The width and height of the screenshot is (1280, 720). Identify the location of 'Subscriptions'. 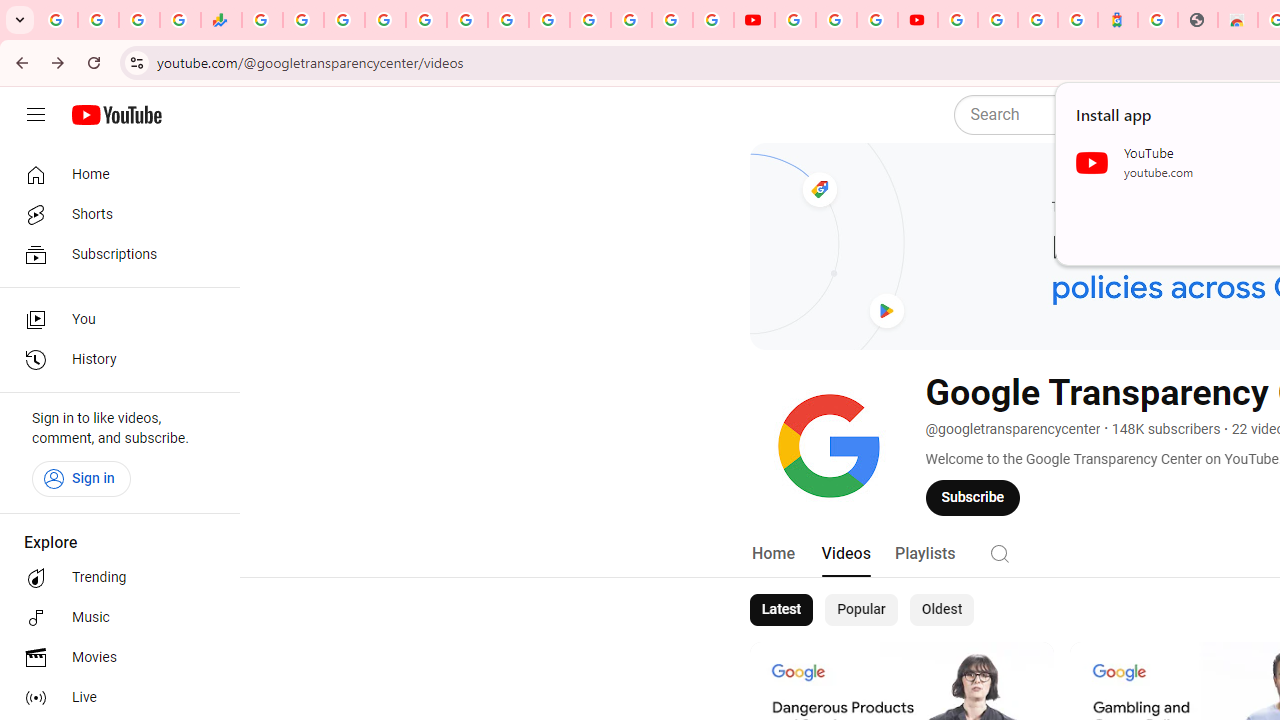
(112, 253).